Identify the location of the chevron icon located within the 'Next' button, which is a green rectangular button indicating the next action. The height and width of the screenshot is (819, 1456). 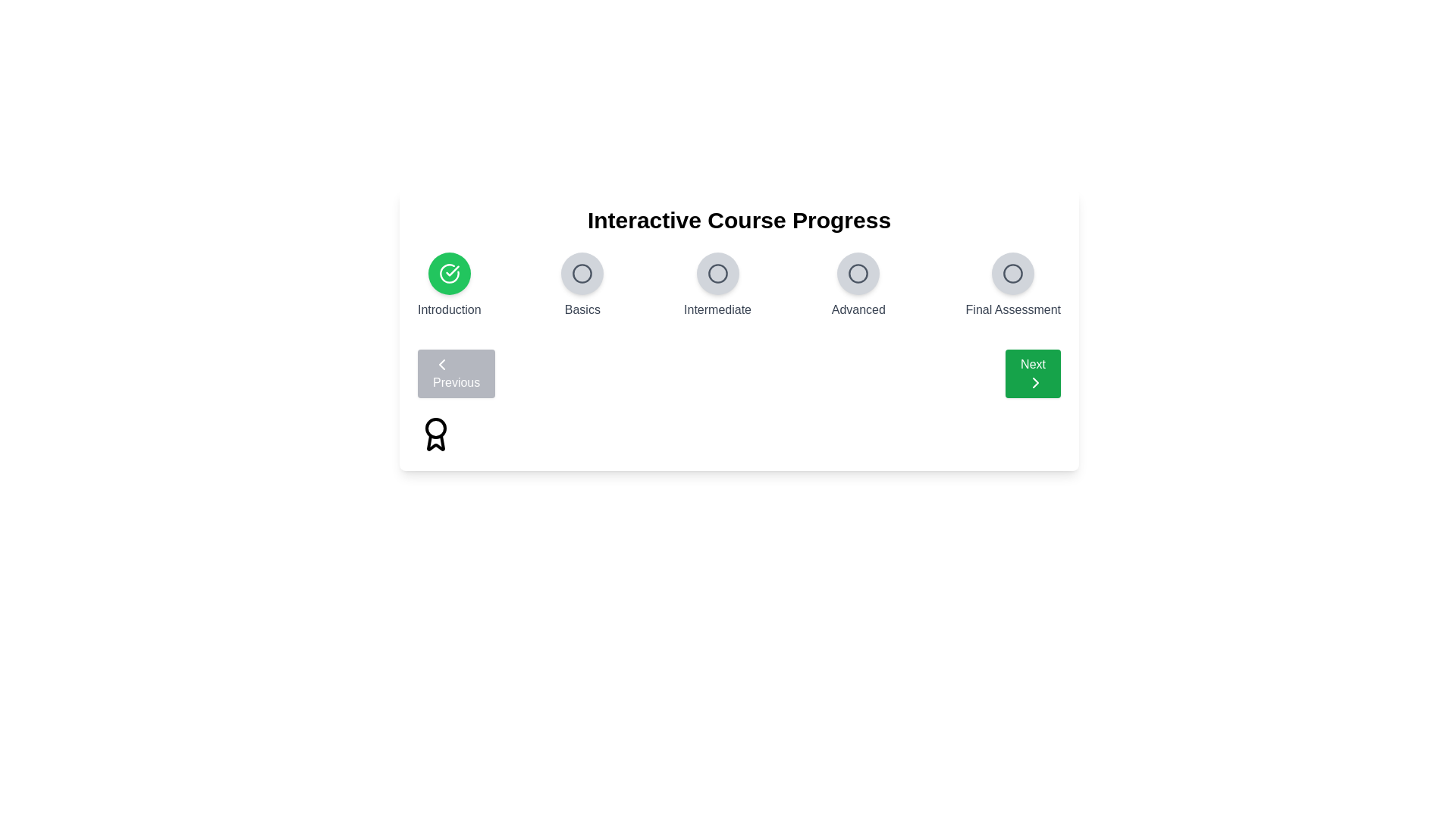
(1035, 382).